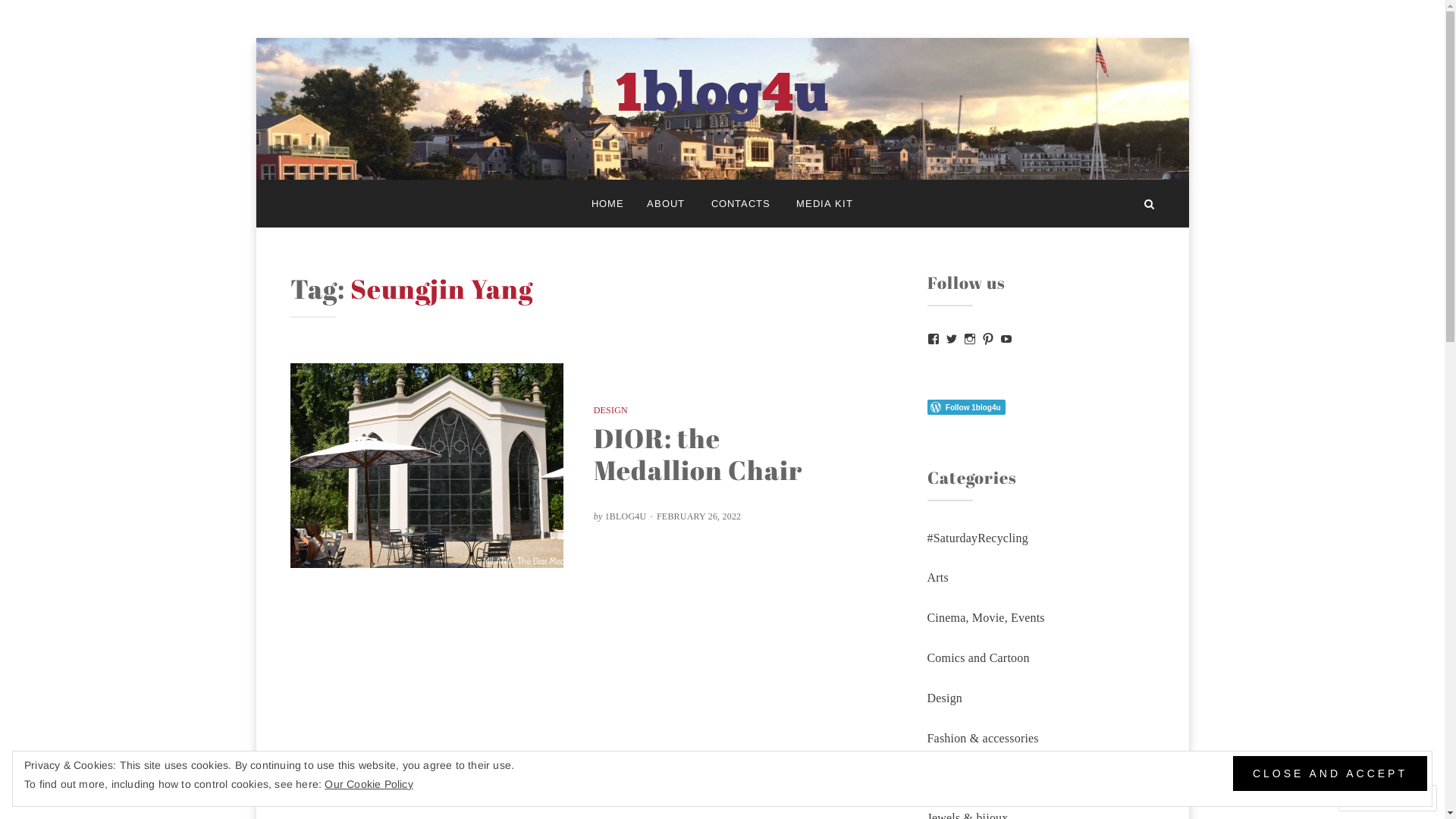  What do you see at coordinates (977, 537) in the screenshot?
I see `'#SaturdayRecycling'` at bounding box center [977, 537].